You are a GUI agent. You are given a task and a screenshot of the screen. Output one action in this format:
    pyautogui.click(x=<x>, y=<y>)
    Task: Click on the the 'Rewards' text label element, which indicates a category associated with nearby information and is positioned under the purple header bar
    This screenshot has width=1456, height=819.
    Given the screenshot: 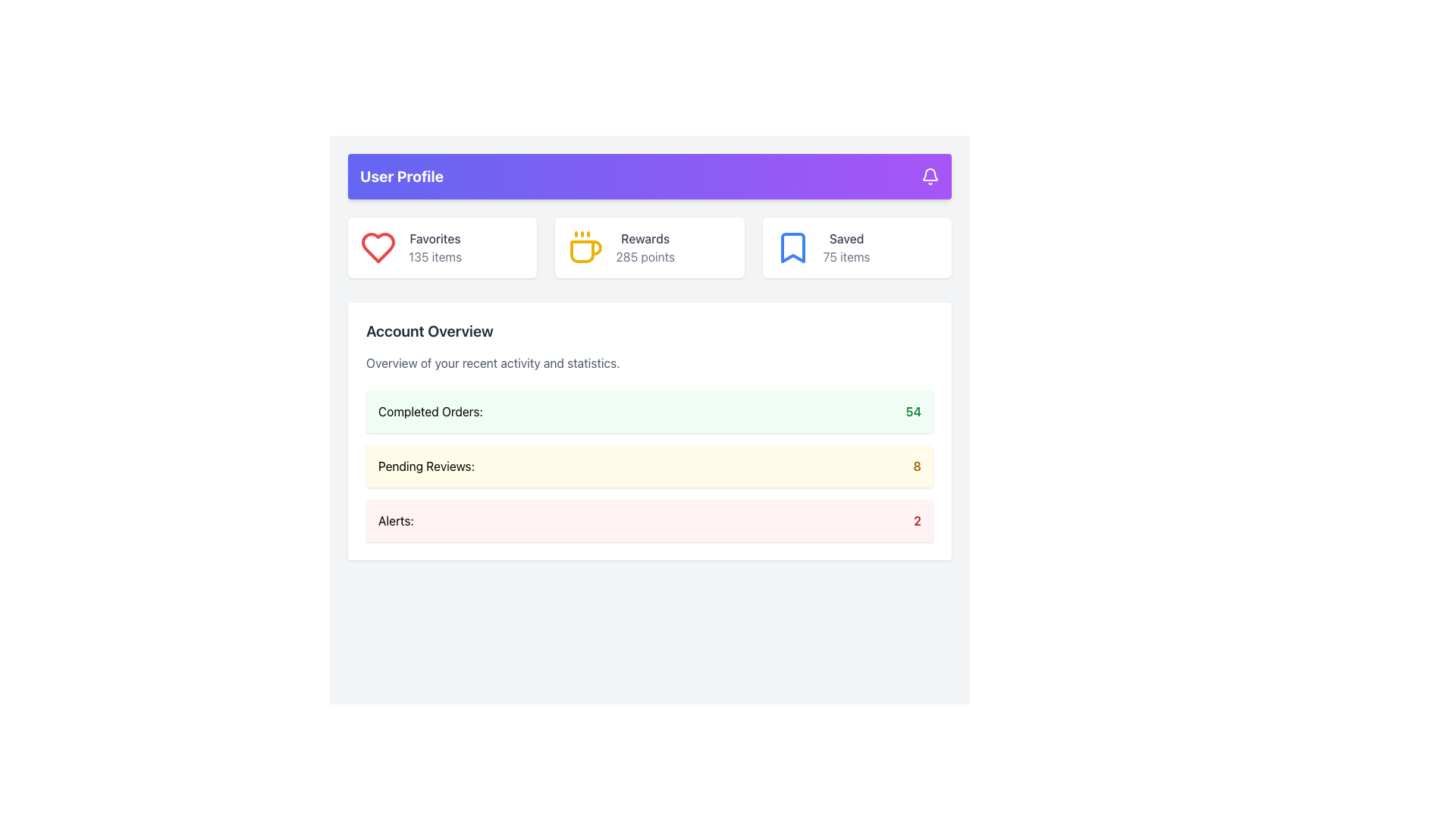 What is the action you would take?
    pyautogui.click(x=645, y=239)
    